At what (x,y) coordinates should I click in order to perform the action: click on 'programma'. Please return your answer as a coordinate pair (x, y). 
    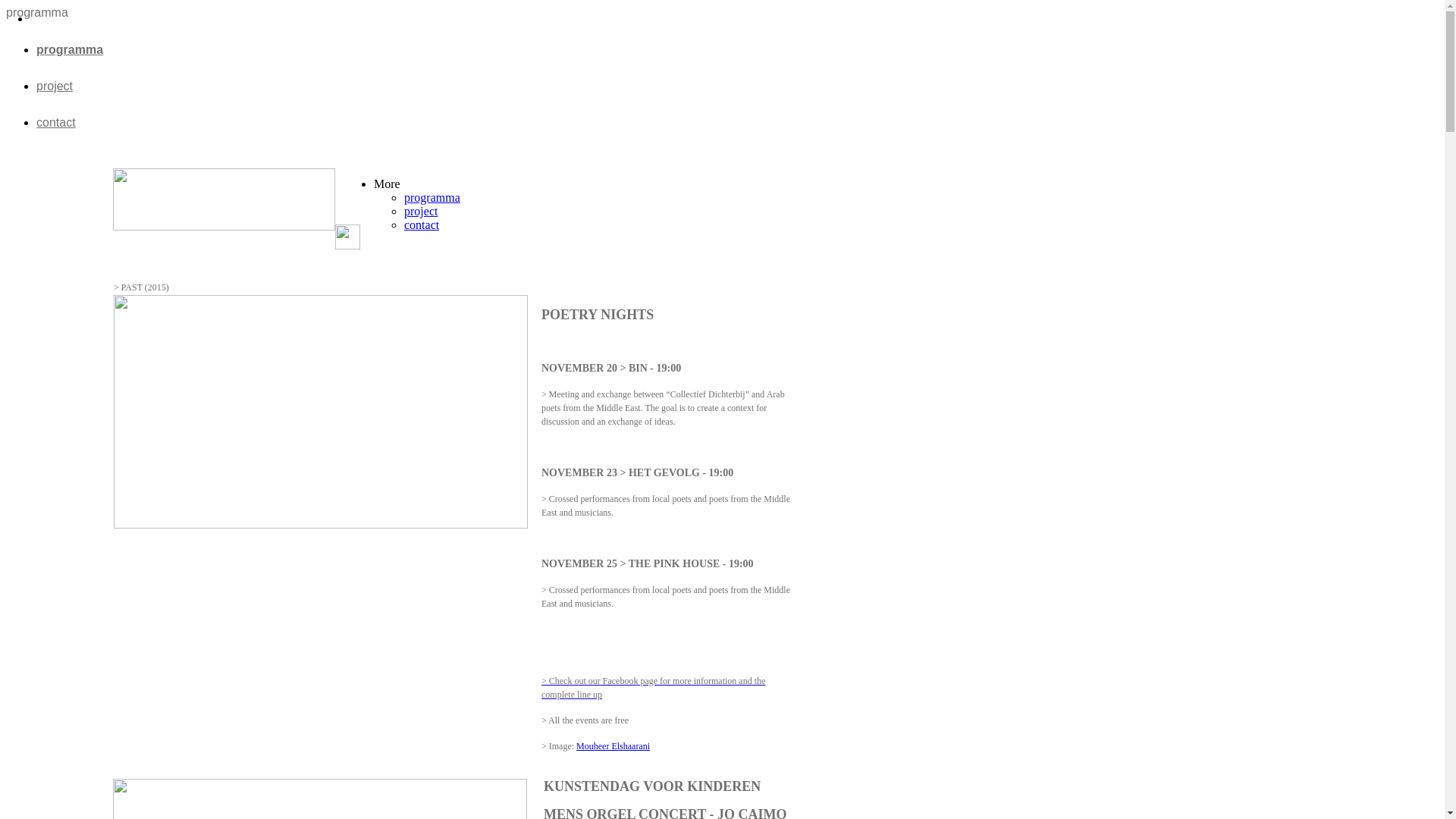
    Looking at the image, I should click on (68, 49).